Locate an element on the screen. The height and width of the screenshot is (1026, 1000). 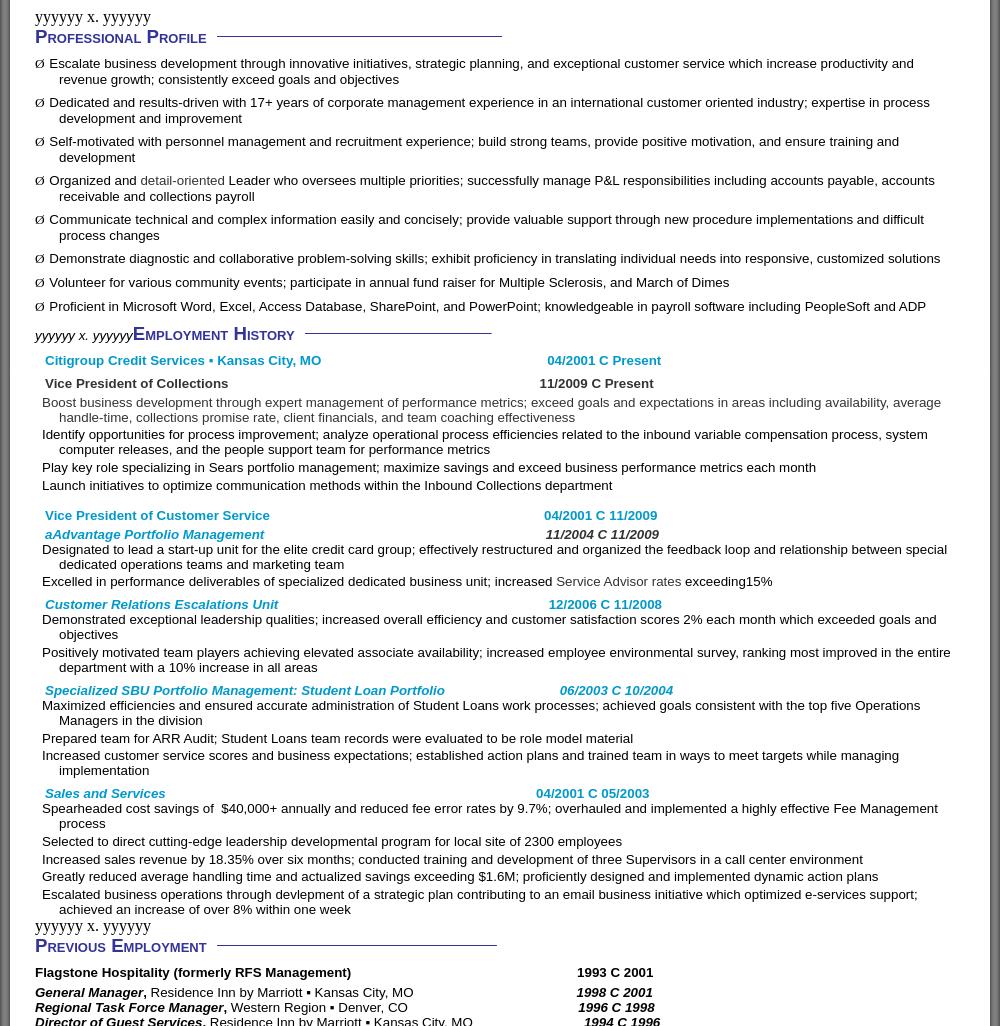
'Sales
and Services' is located at coordinates (290, 792).